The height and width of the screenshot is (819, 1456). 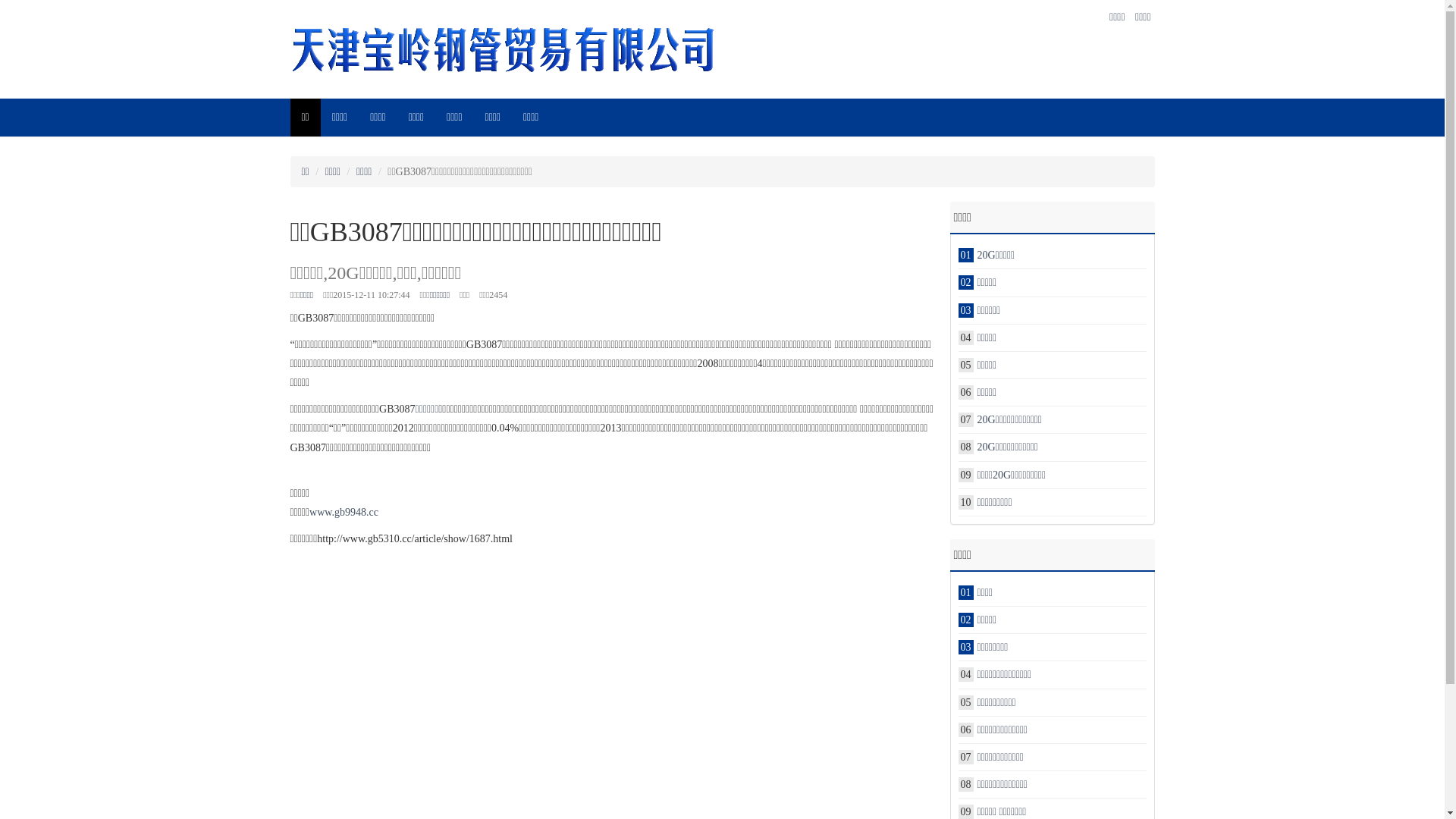 What do you see at coordinates (343, 512) in the screenshot?
I see `'www.gb9948.cc'` at bounding box center [343, 512].